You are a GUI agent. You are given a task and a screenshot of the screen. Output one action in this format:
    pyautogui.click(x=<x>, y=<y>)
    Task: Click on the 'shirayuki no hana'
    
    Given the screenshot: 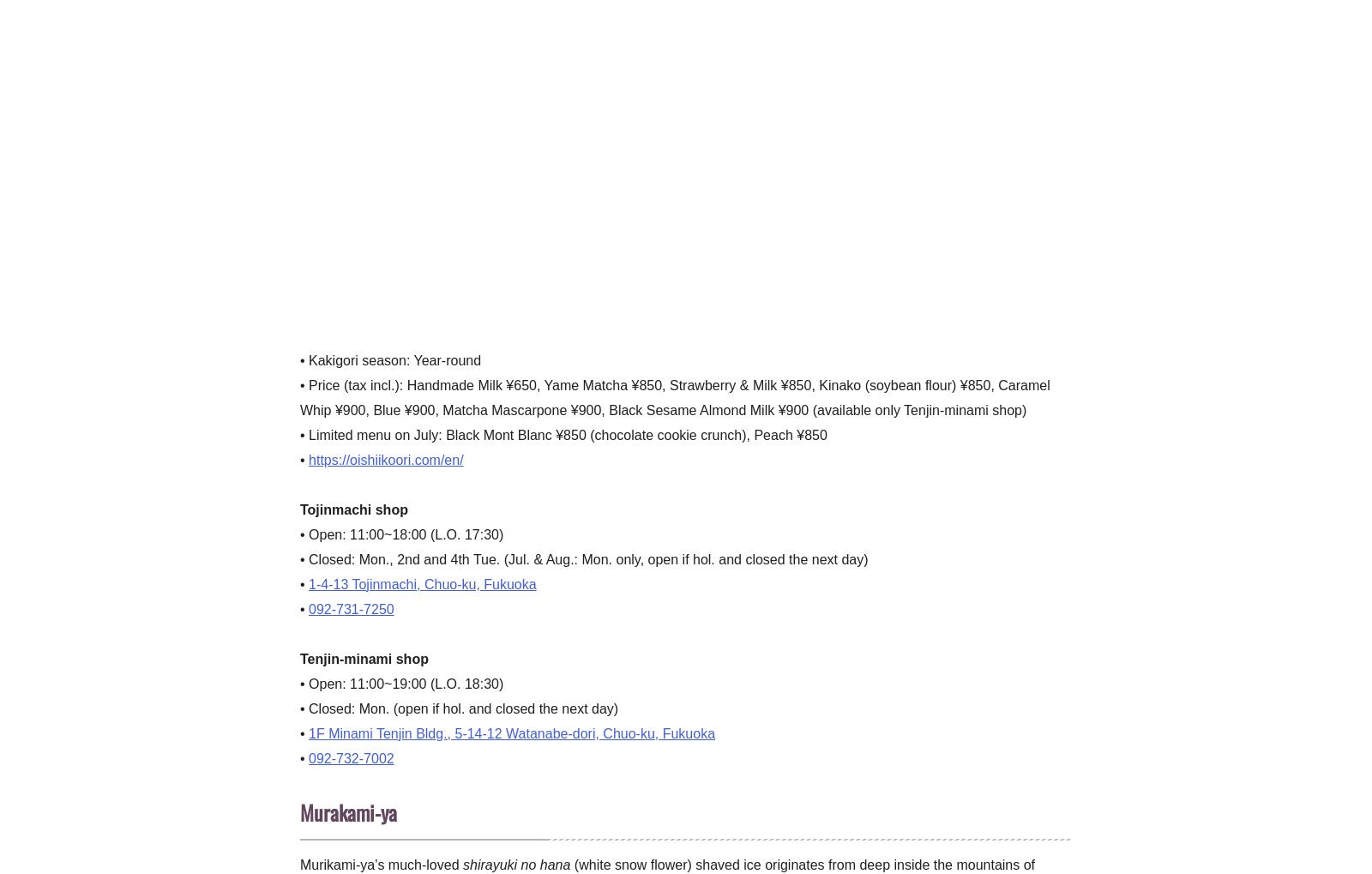 What is the action you would take?
    pyautogui.click(x=515, y=865)
    